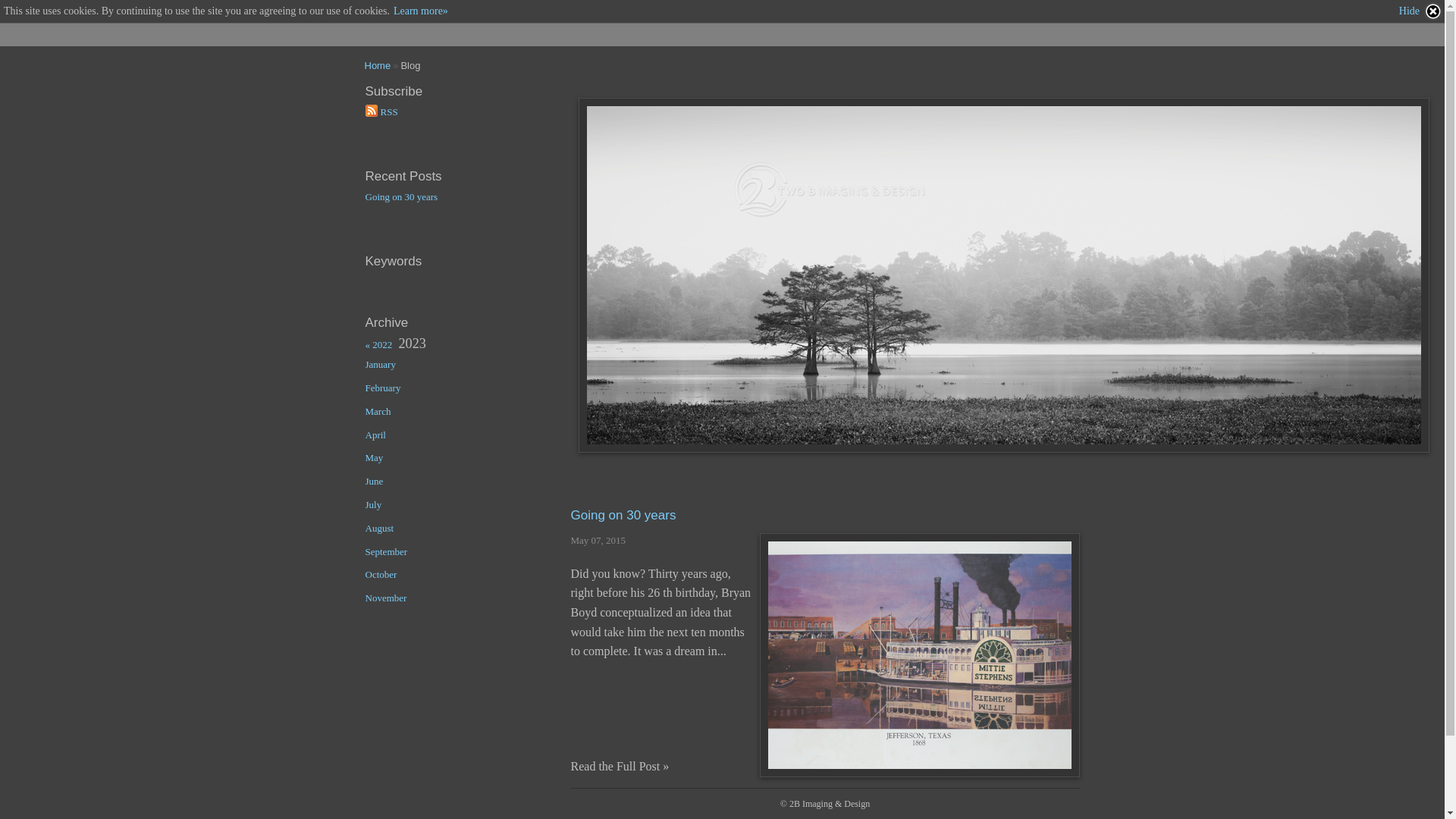  Describe the element at coordinates (1420, 11) in the screenshot. I see `'Hide'` at that location.